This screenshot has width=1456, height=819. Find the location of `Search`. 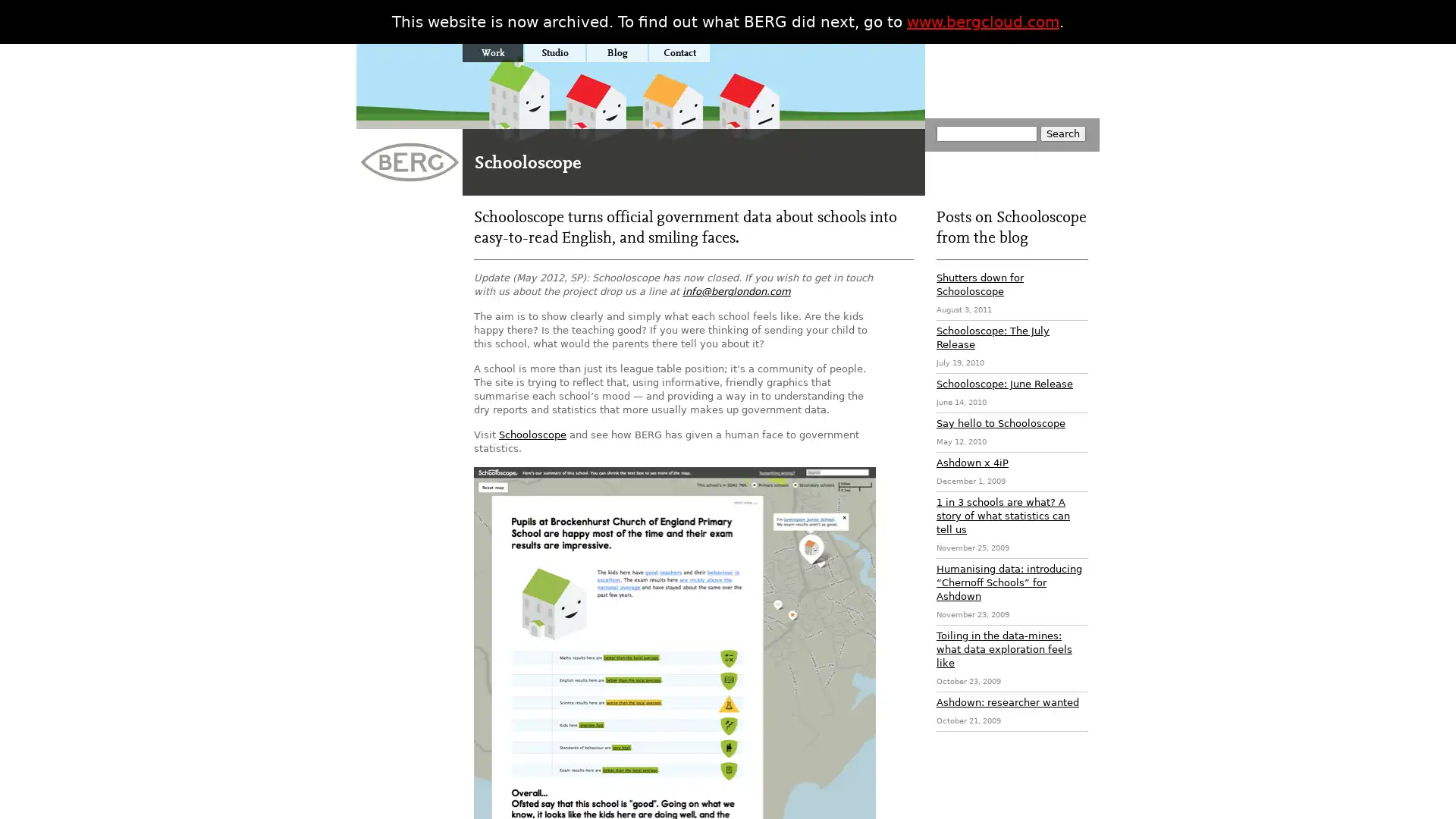

Search is located at coordinates (1062, 133).